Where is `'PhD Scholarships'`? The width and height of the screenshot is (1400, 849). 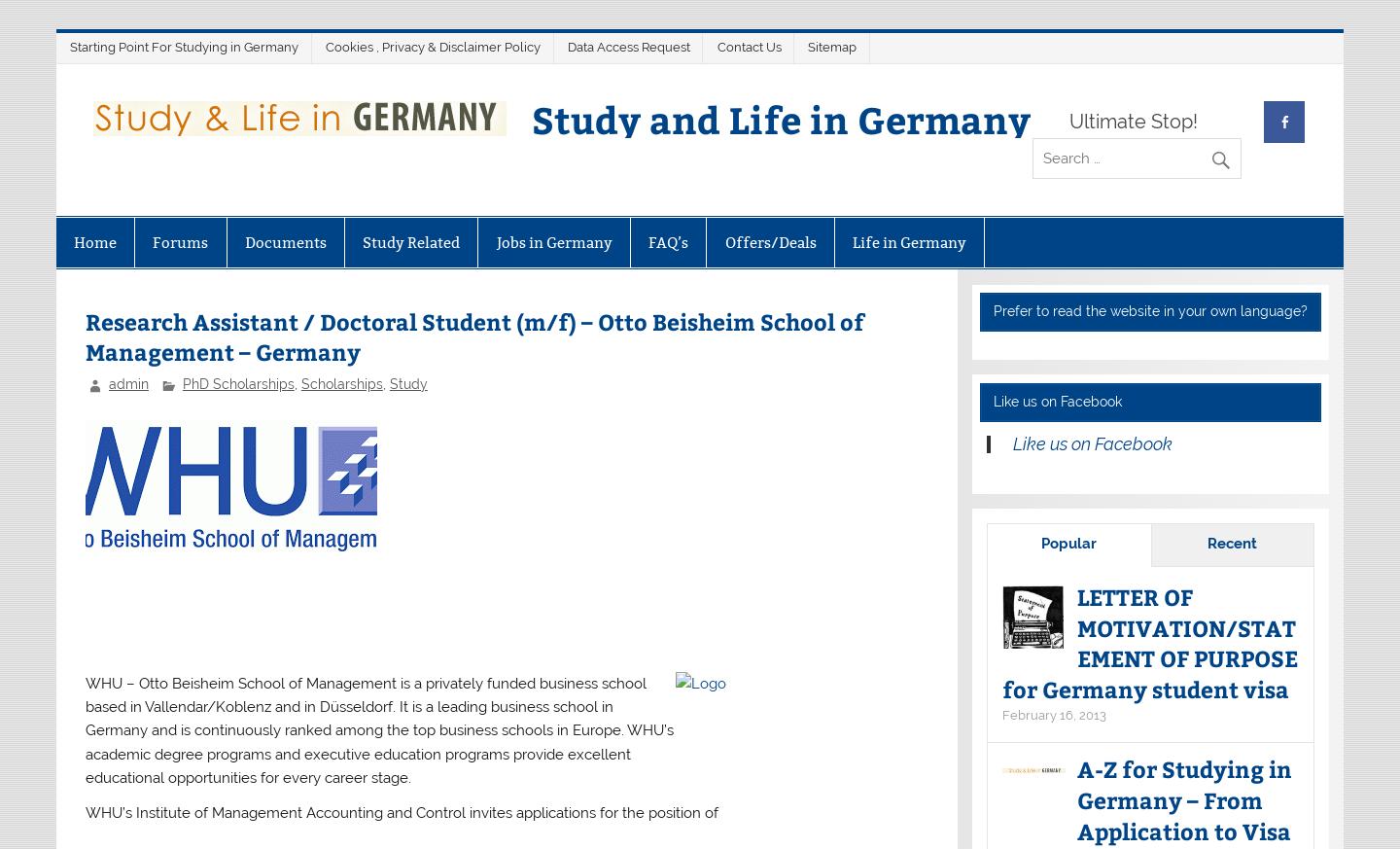
'PhD Scholarships' is located at coordinates (236, 383).